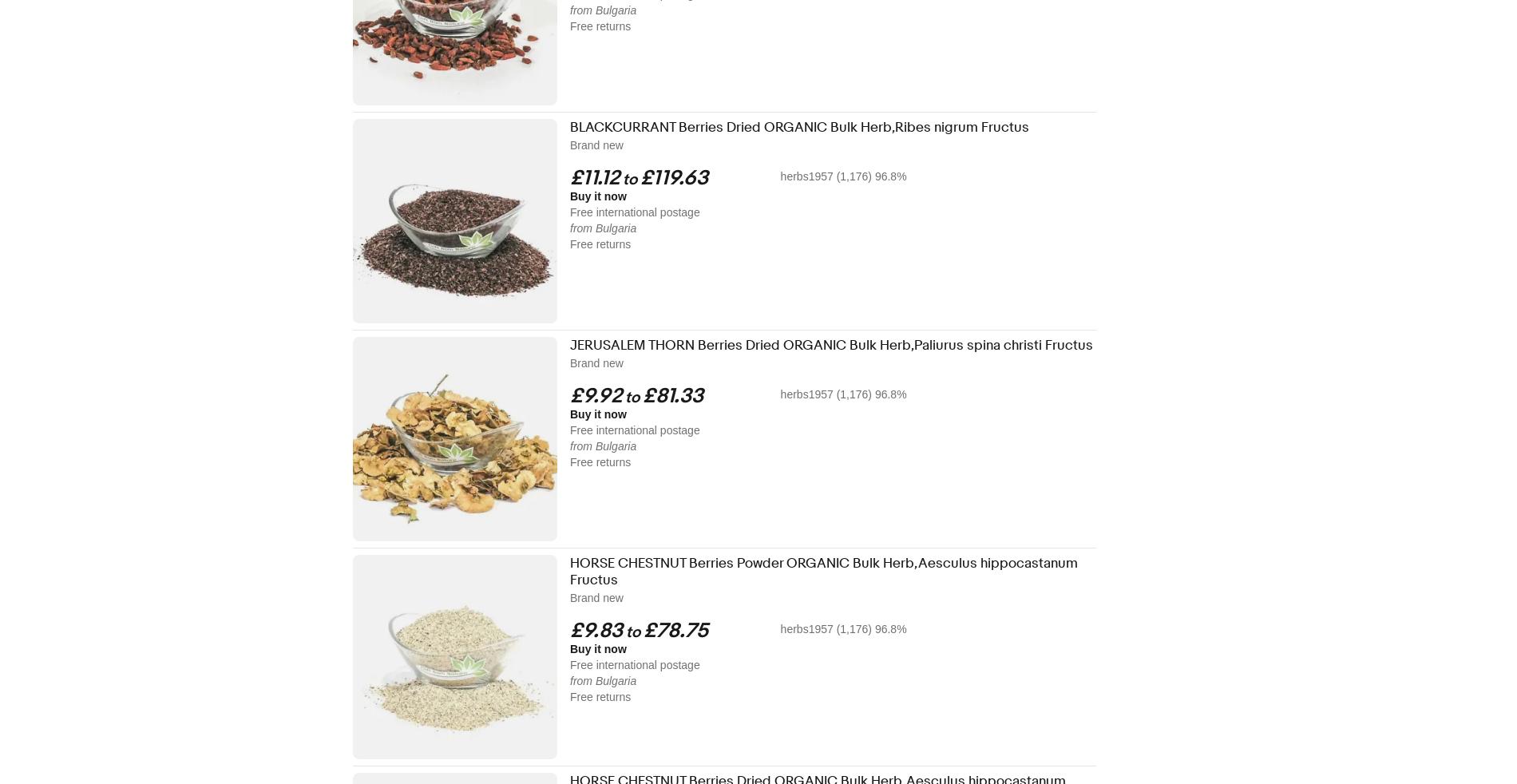 This screenshot has height=784, width=1517. Describe the element at coordinates (831, 345) in the screenshot. I see `'JERUSALEM THORN Berries Dried ORGANIC Bulk Herb,Paliurus spina christi Fructus'` at that location.